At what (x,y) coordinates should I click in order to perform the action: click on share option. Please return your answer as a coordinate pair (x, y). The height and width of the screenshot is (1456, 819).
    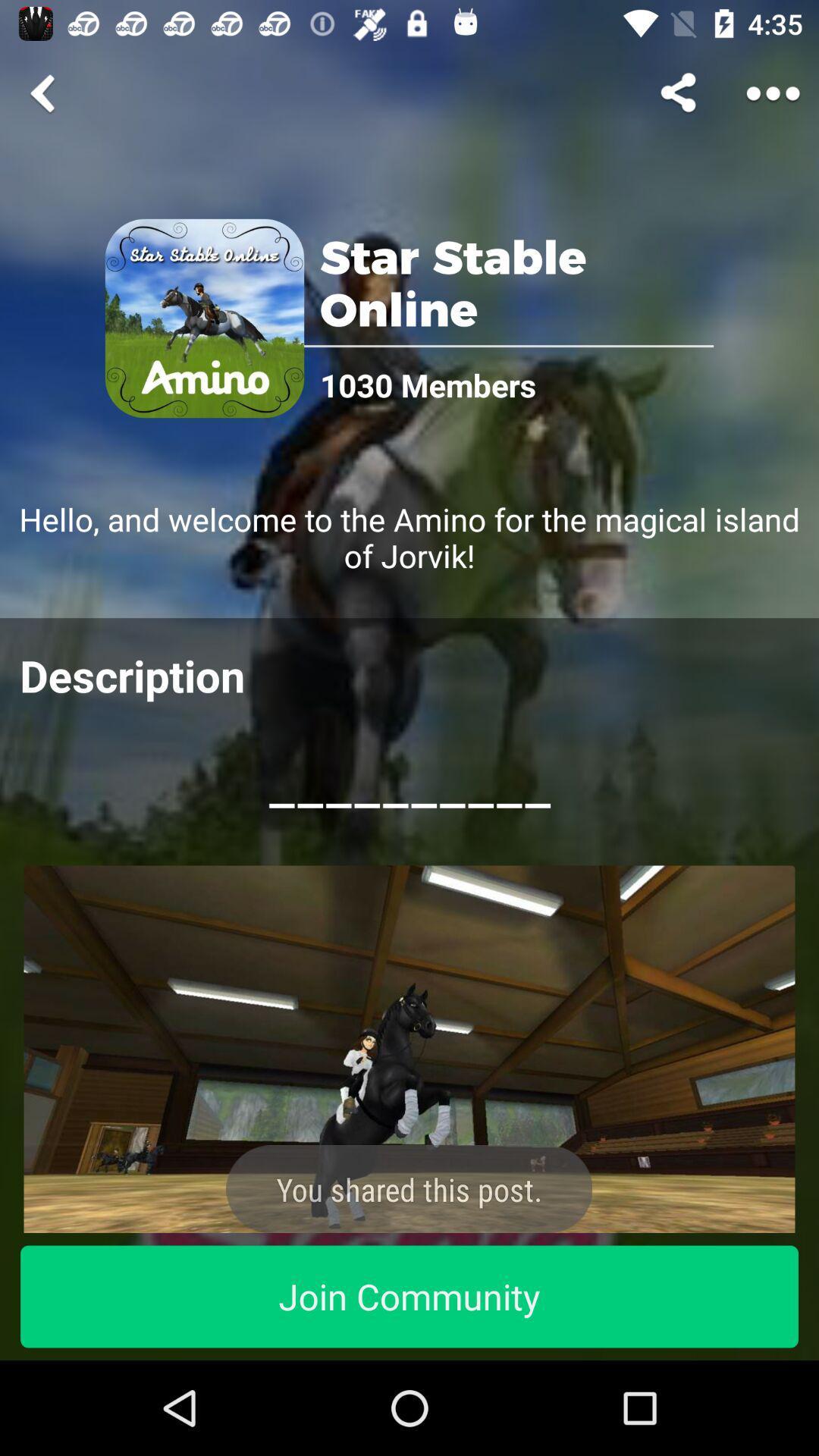
    Looking at the image, I should click on (680, 93).